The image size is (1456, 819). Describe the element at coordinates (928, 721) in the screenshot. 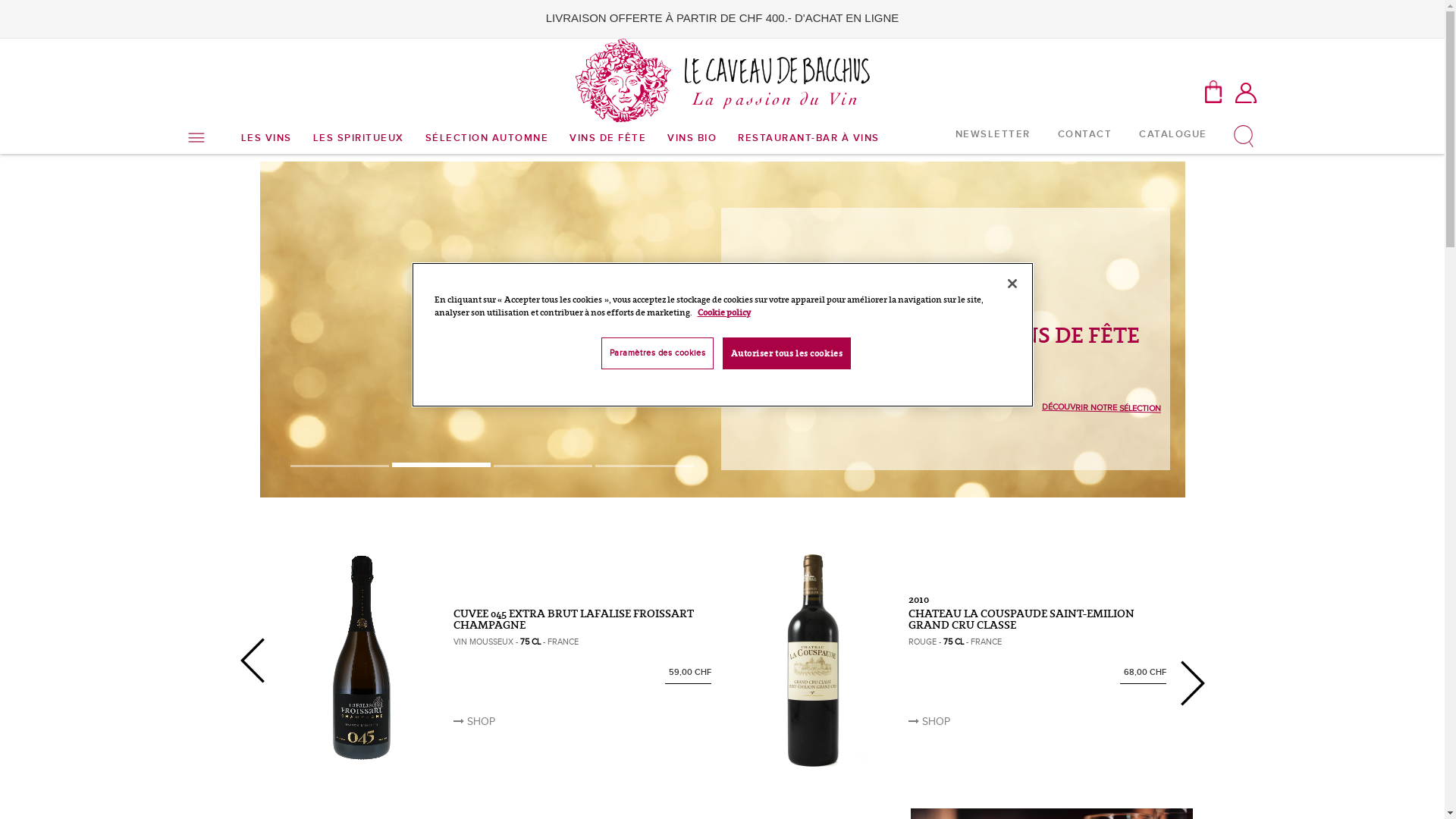

I see `'SHOP'` at that location.